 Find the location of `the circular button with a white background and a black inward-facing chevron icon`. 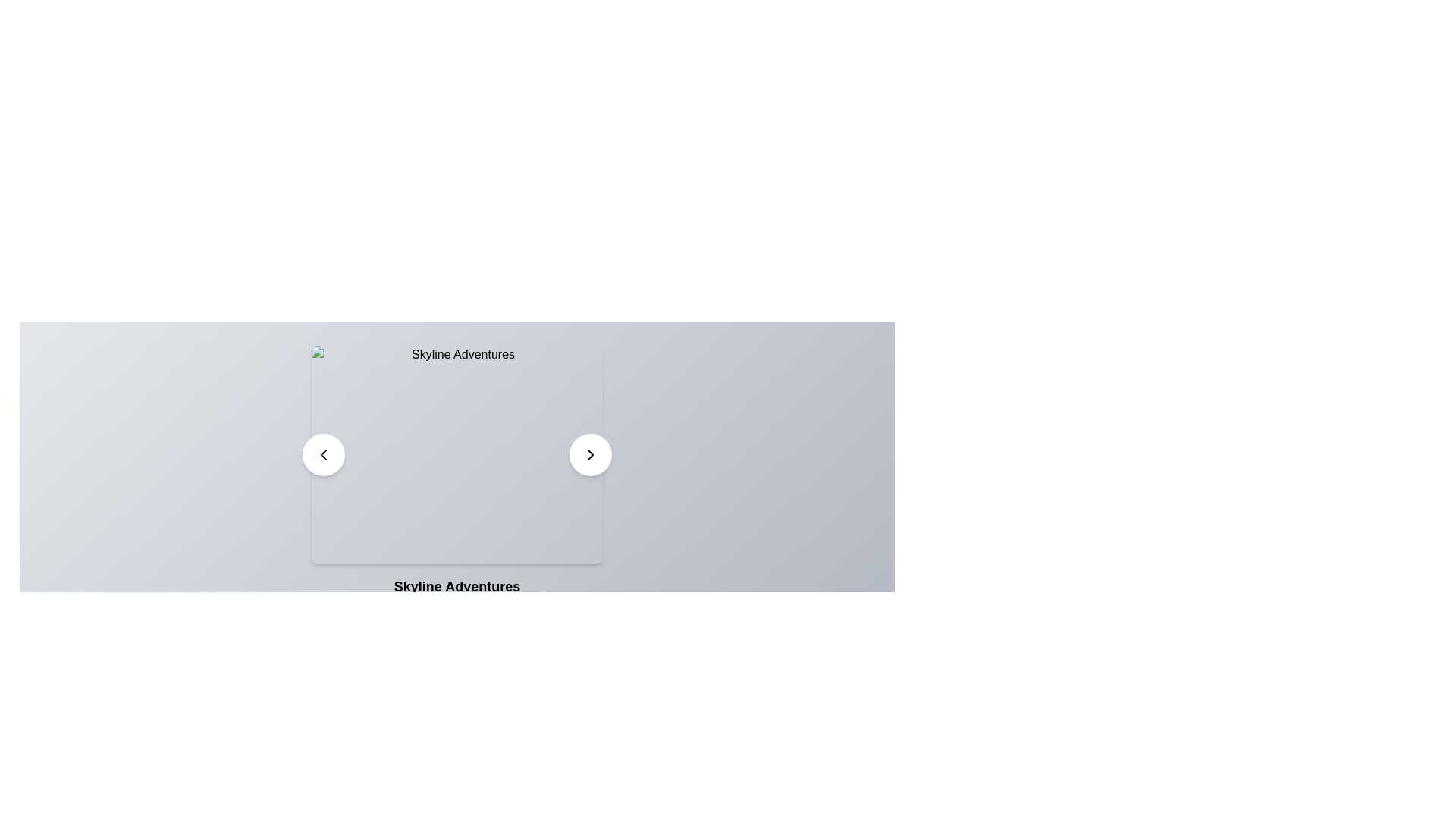

the circular button with a white background and a black inward-facing chevron icon is located at coordinates (323, 454).